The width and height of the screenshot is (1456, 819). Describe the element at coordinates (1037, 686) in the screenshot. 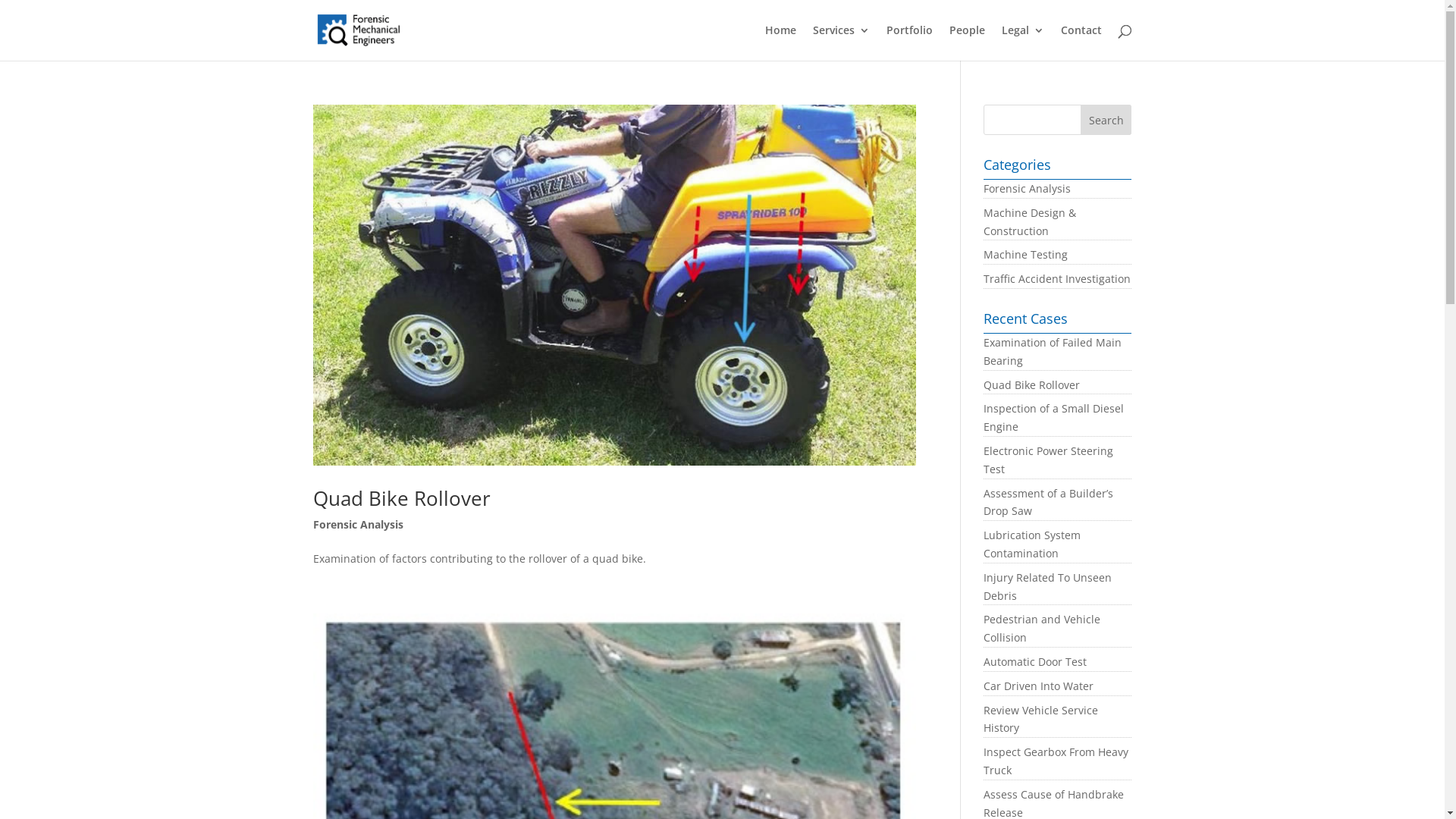

I see `'Car Driven Into Water'` at that location.